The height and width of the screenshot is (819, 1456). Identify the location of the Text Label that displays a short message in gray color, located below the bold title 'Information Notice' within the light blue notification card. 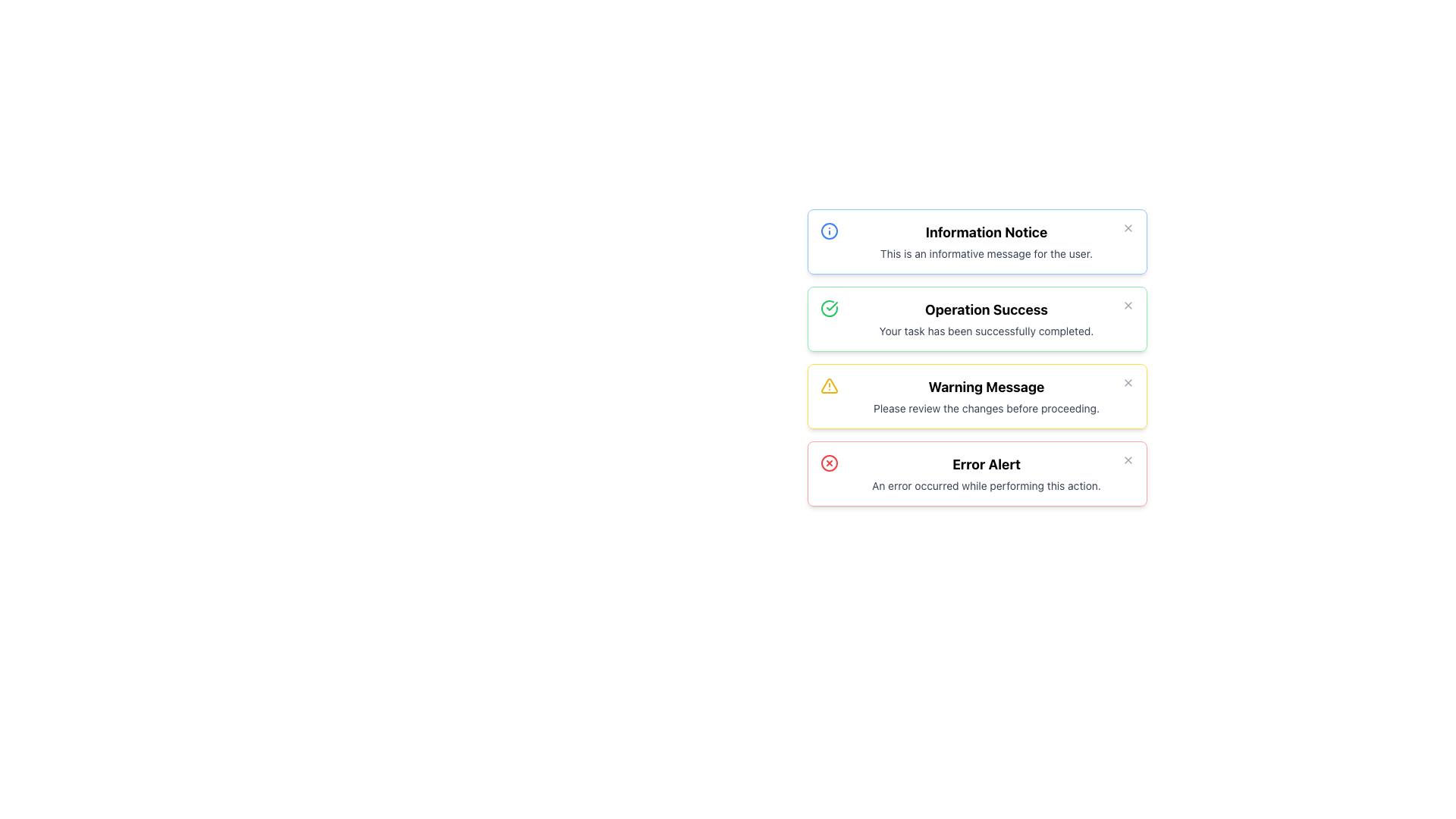
(986, 253).